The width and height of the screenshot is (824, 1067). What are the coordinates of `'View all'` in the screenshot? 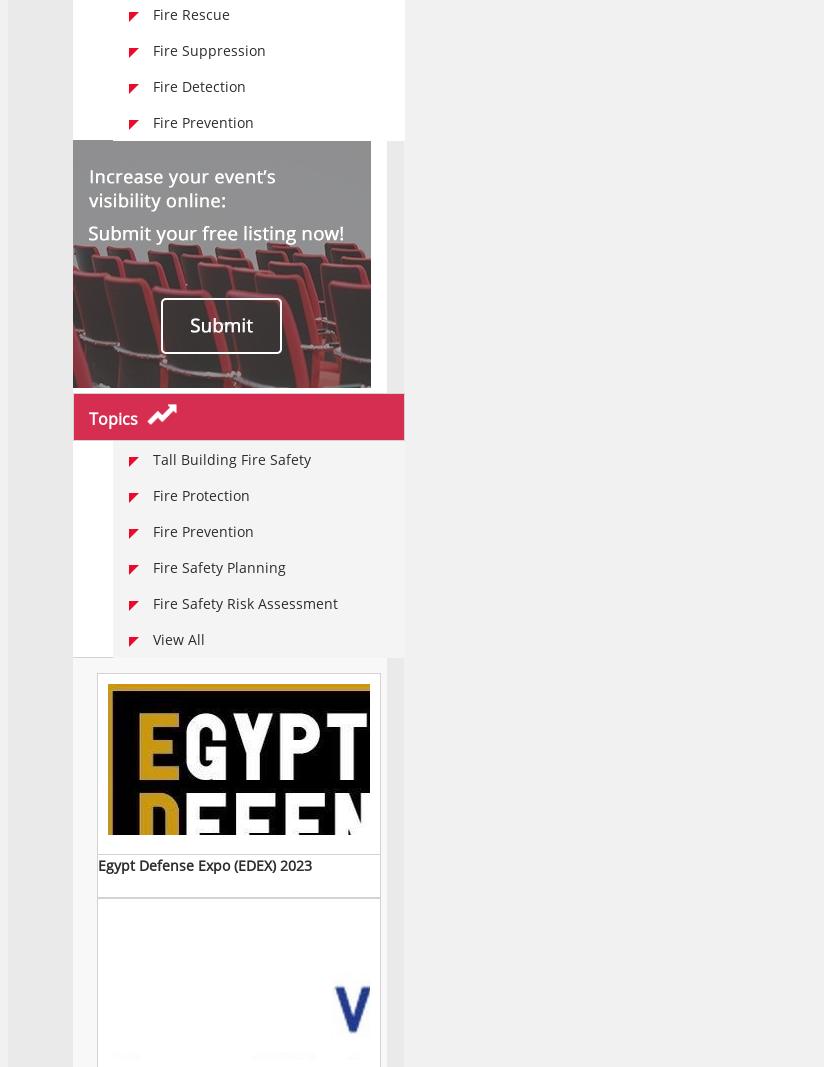 It's located at (178, 639).